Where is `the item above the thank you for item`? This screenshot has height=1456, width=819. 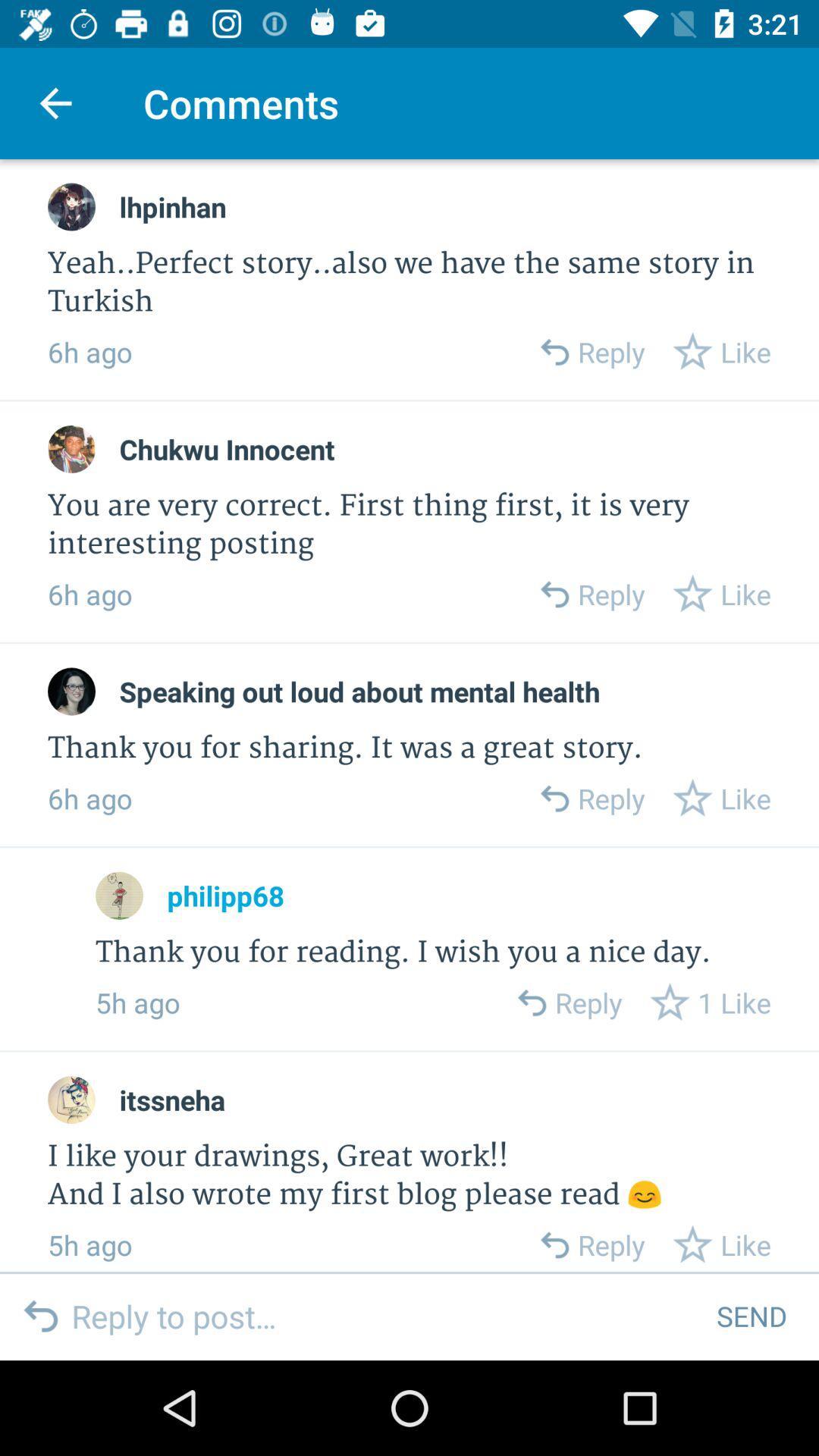 the item above the thank you for item is located at coordinates (225, 896).